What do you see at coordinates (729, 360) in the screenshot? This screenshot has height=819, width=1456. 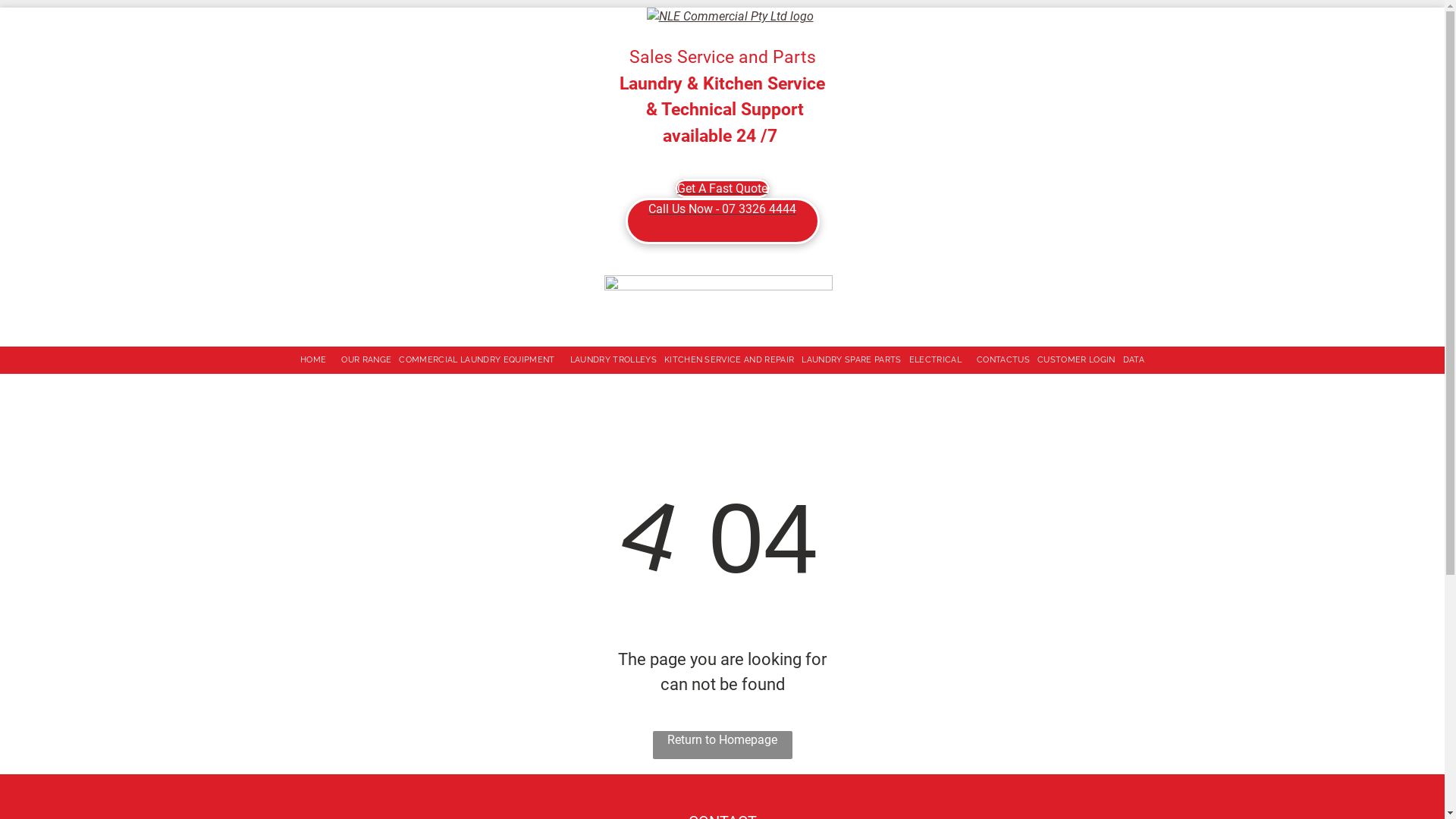 I see `'KITCHEN SERVICE AND REPAIR'` at bounding box center [729, 360].